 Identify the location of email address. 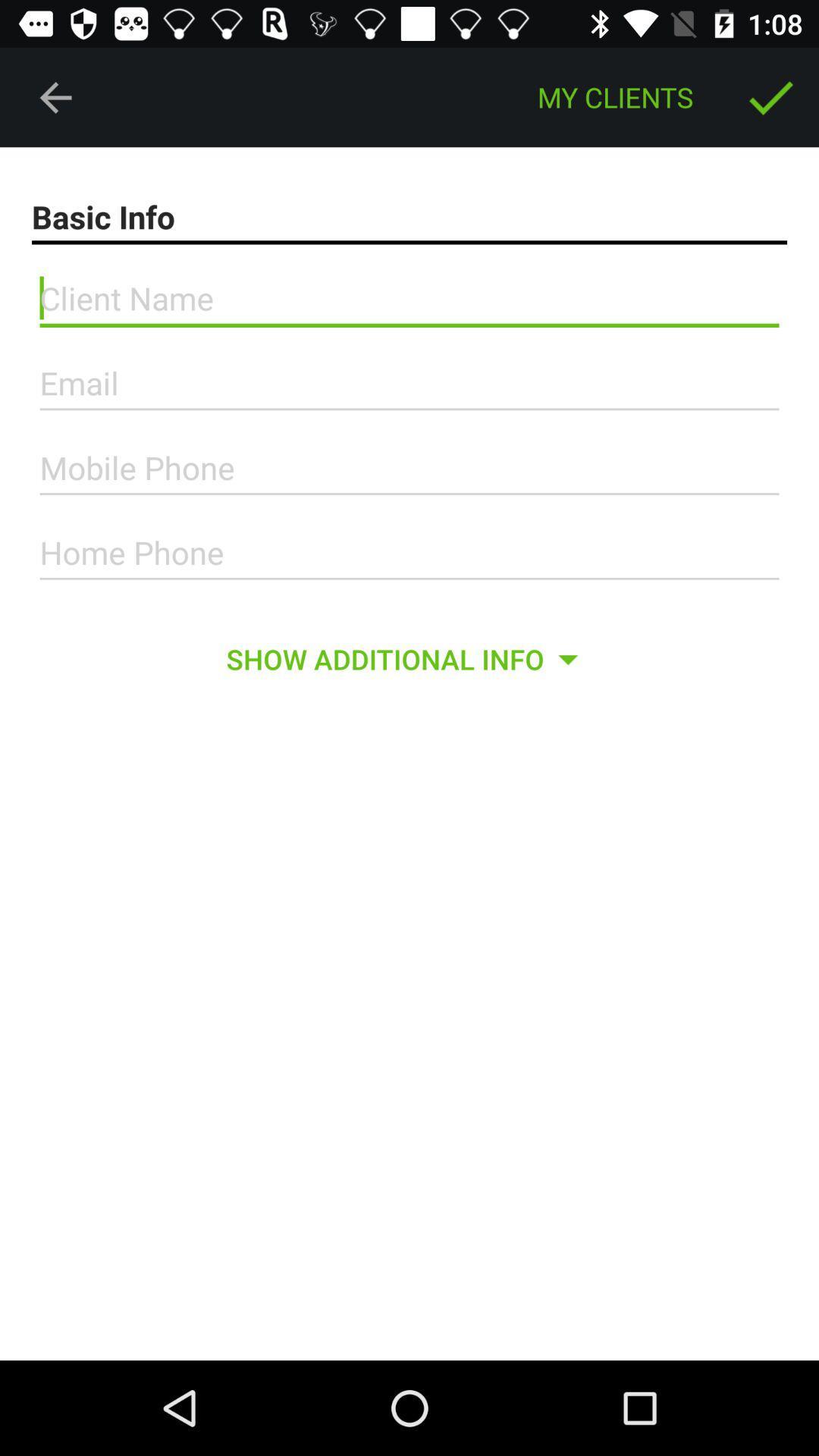
(409, 383).